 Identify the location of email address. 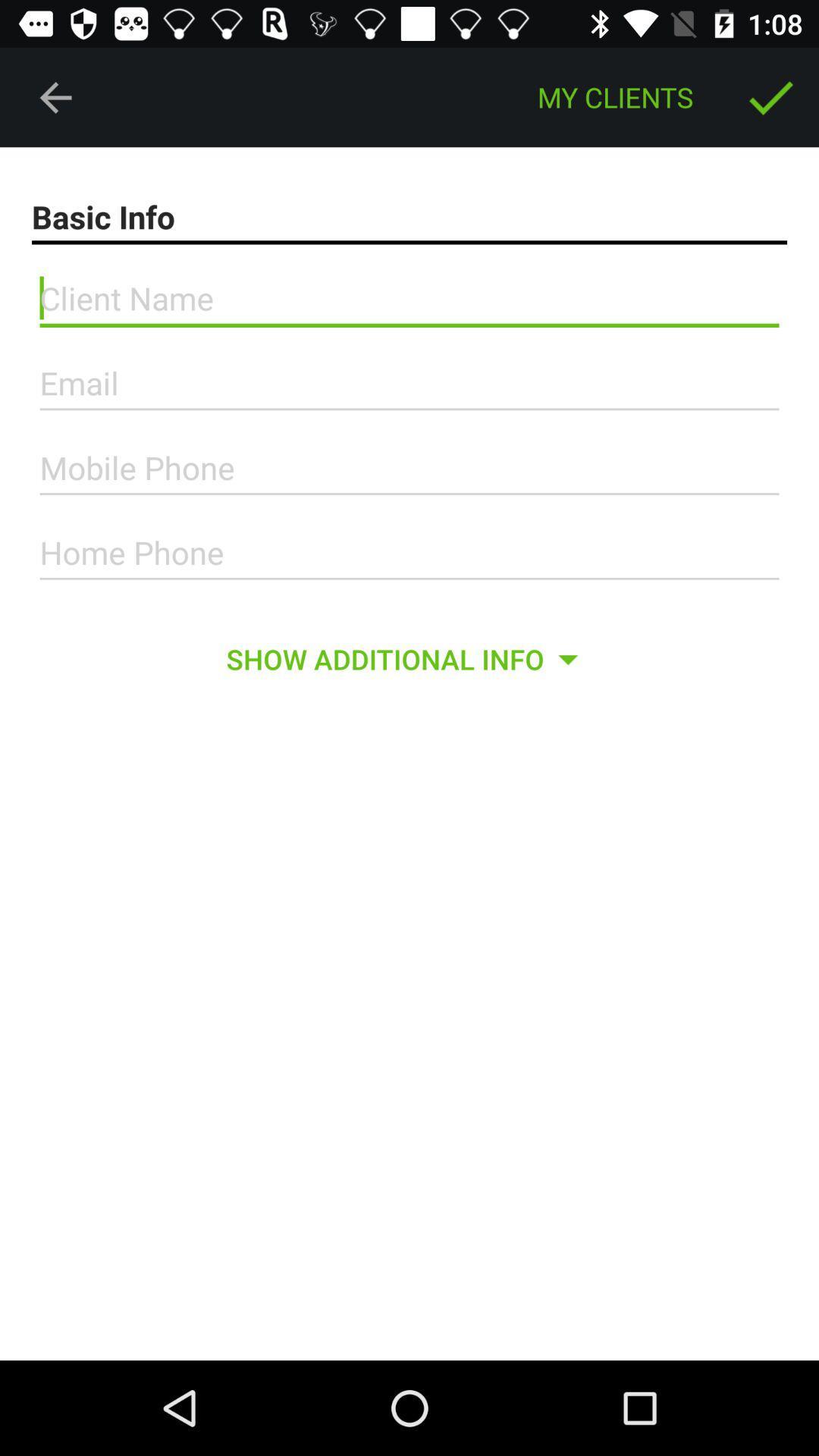
(409, 383).